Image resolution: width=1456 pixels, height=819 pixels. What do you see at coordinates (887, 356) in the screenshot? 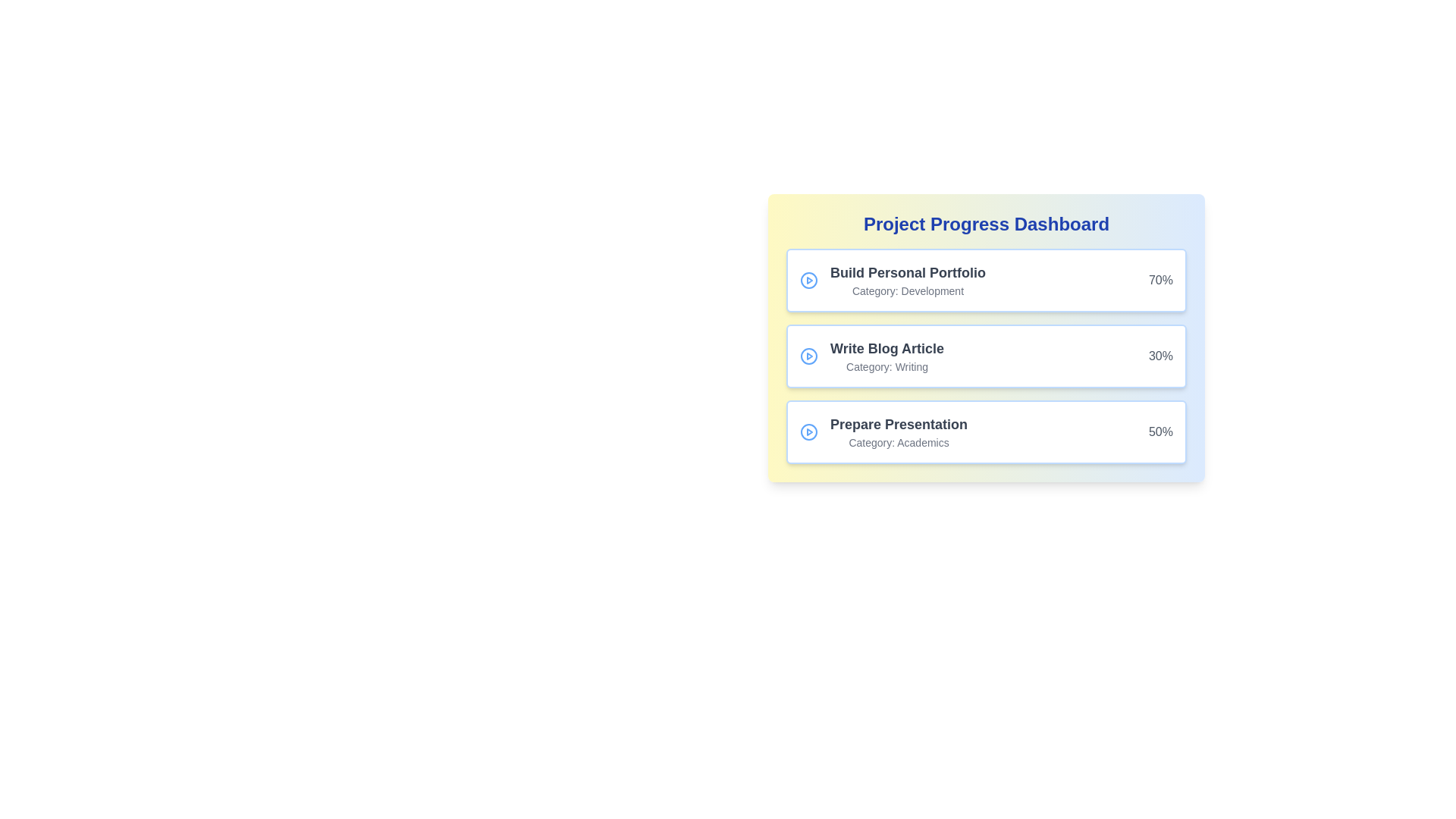
I see `the text display element that shows 'Write Blog Article' and 'Category: Writing' on the Project Progress Dashboard` at bounding box center [887, 356].